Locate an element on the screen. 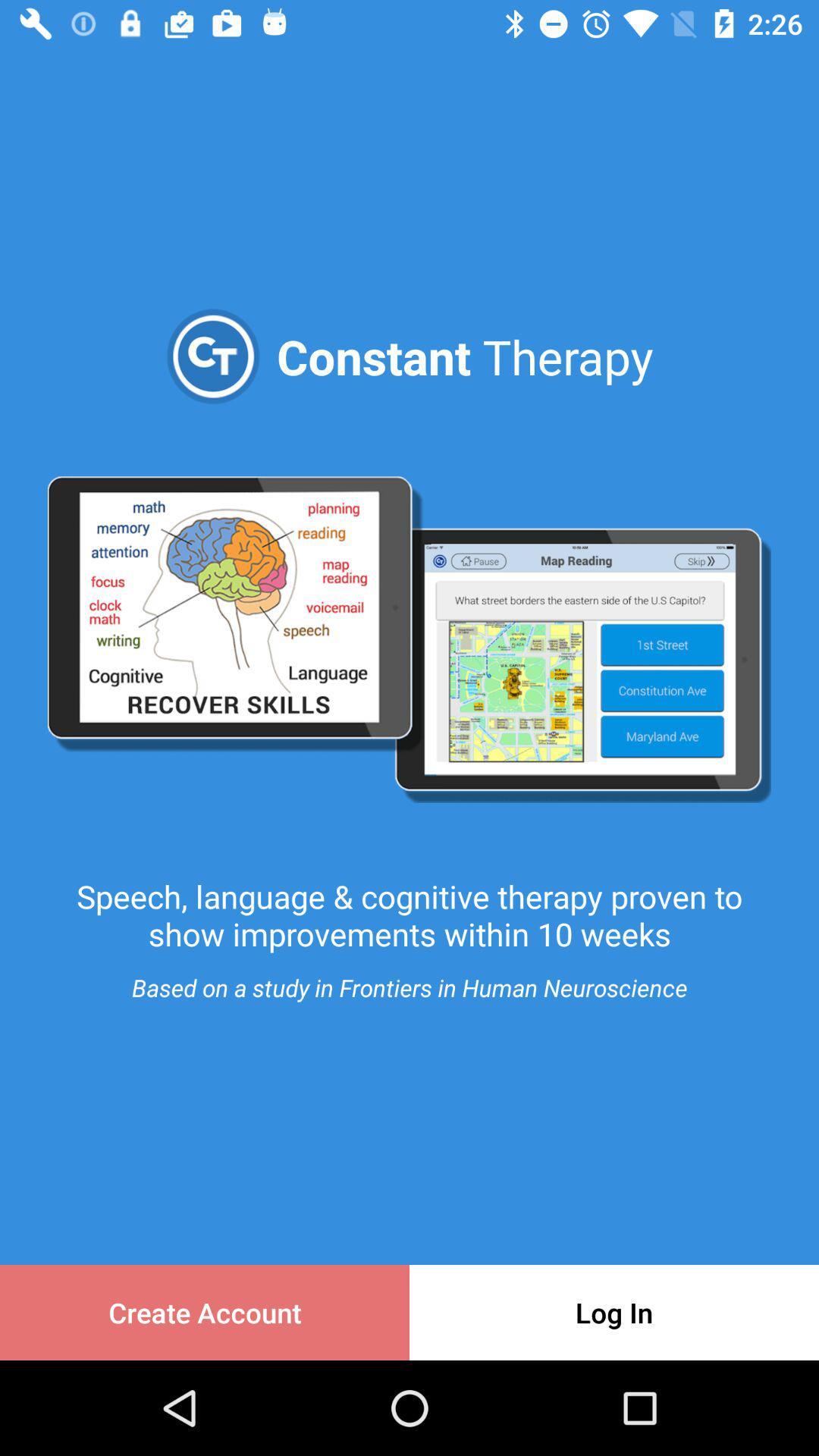 Image resolution: width=819 pixels, height=1456 pixels. icon below the based on a icon is located at coordinates (205, 1312).